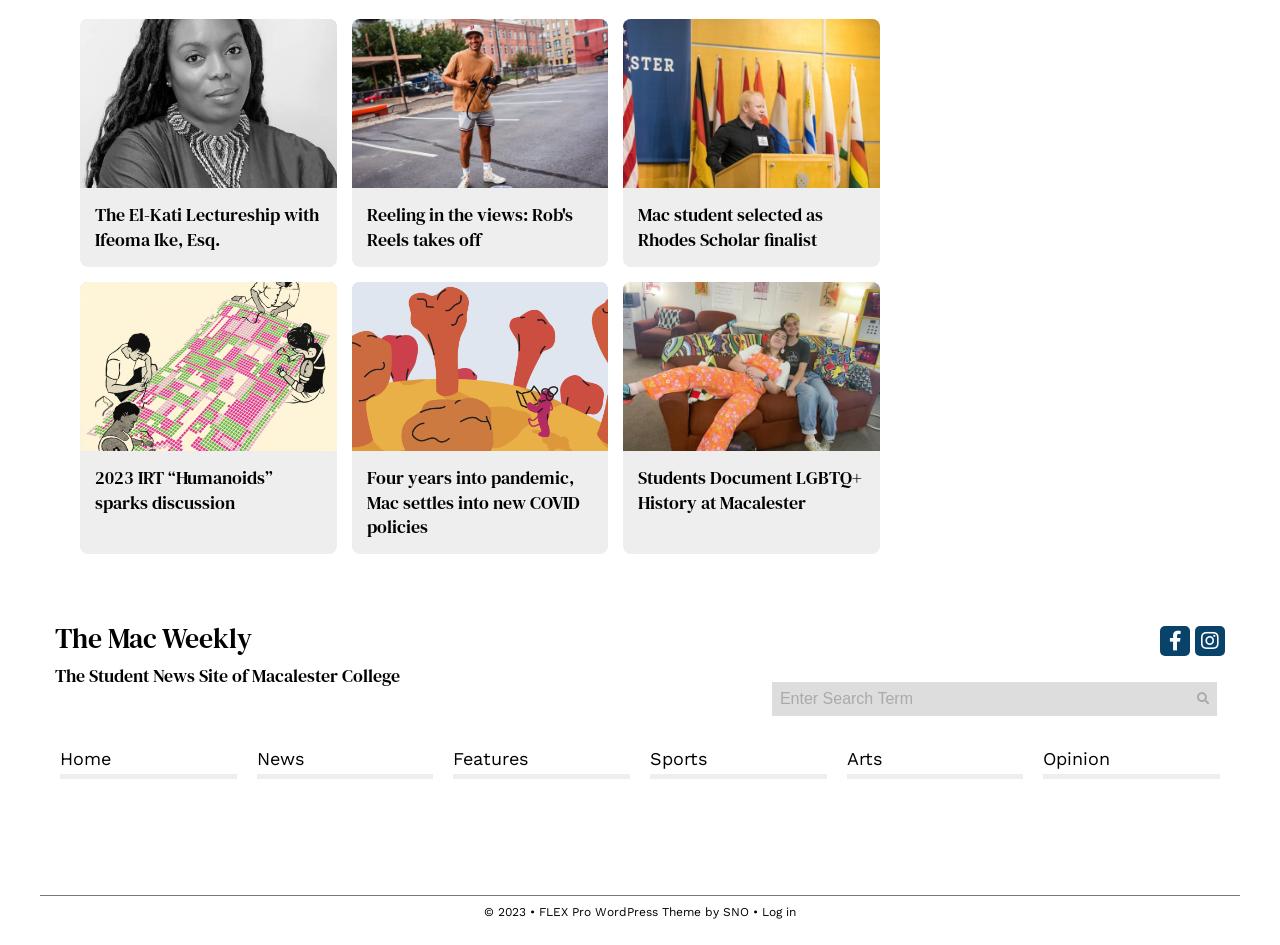 The height and width of the screenshot is (945, 1280). Describe the element at coordinates (511, 911) in the screenshot. I see `'© 2023  •'` at that location.